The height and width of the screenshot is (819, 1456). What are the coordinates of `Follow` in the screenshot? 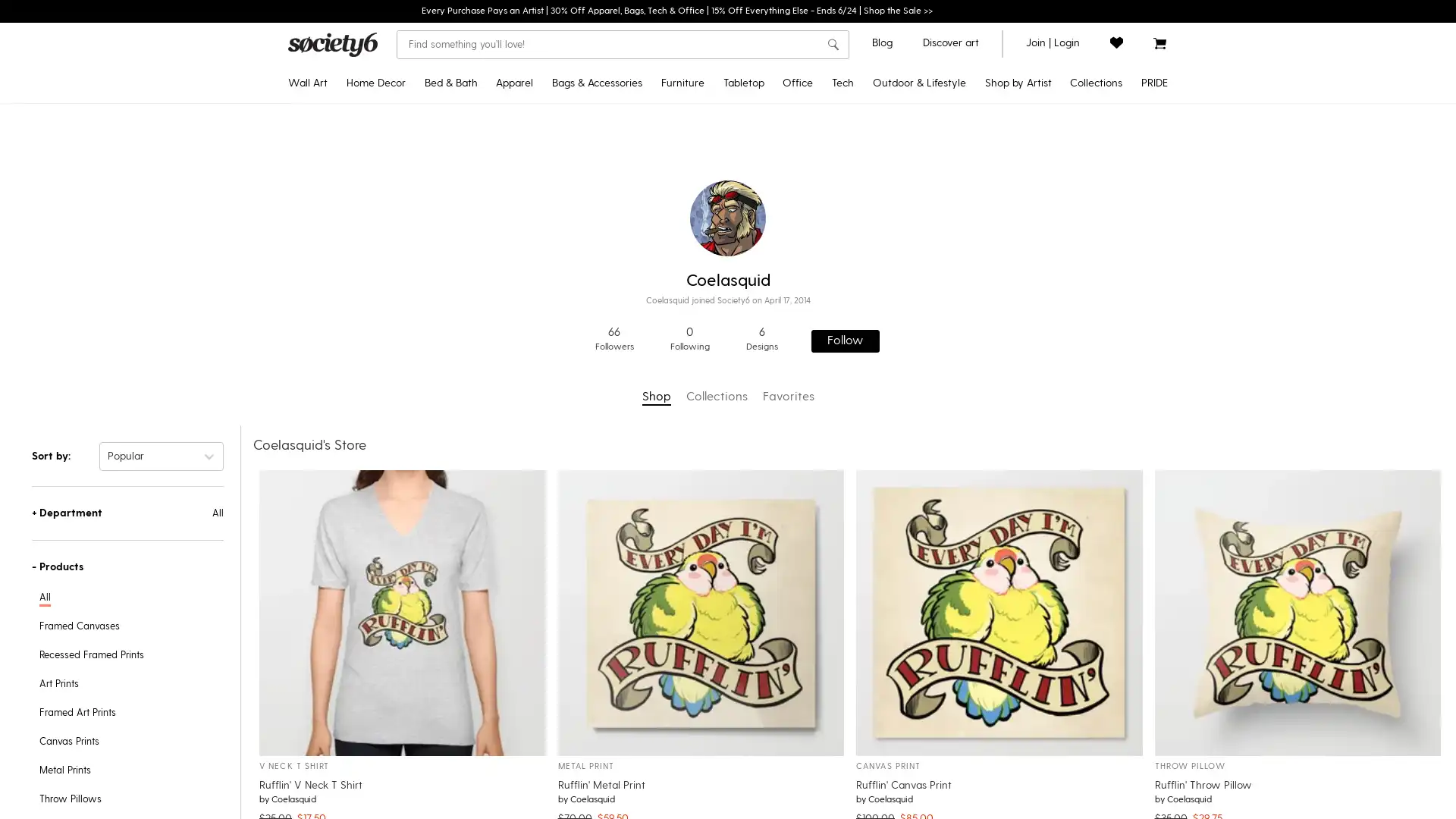 It's located at (843, 339).